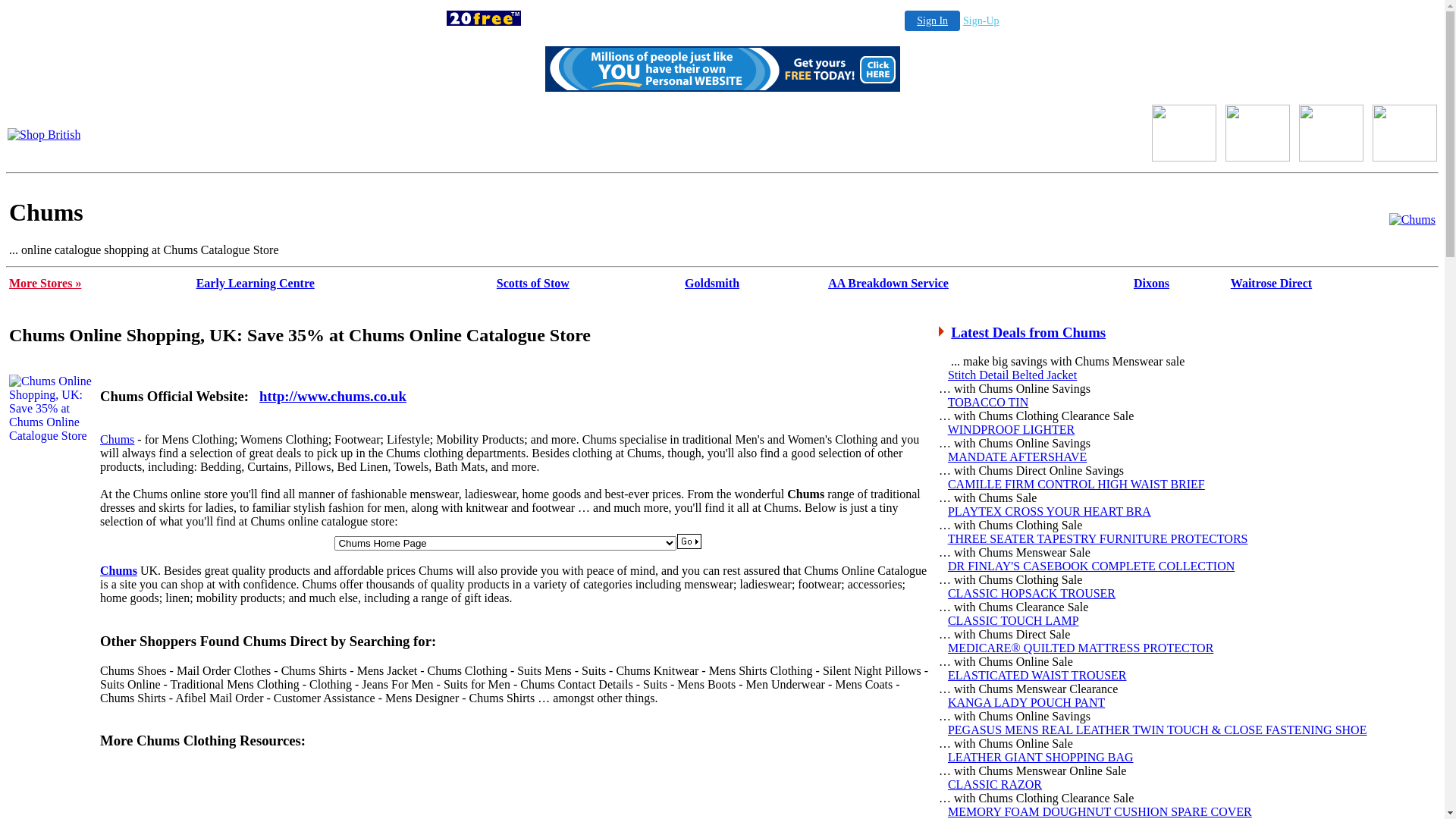  What do you see at coordinates (99, 570) in the screenshot?
I see `'Chums'` at bounding box center [99, 570].